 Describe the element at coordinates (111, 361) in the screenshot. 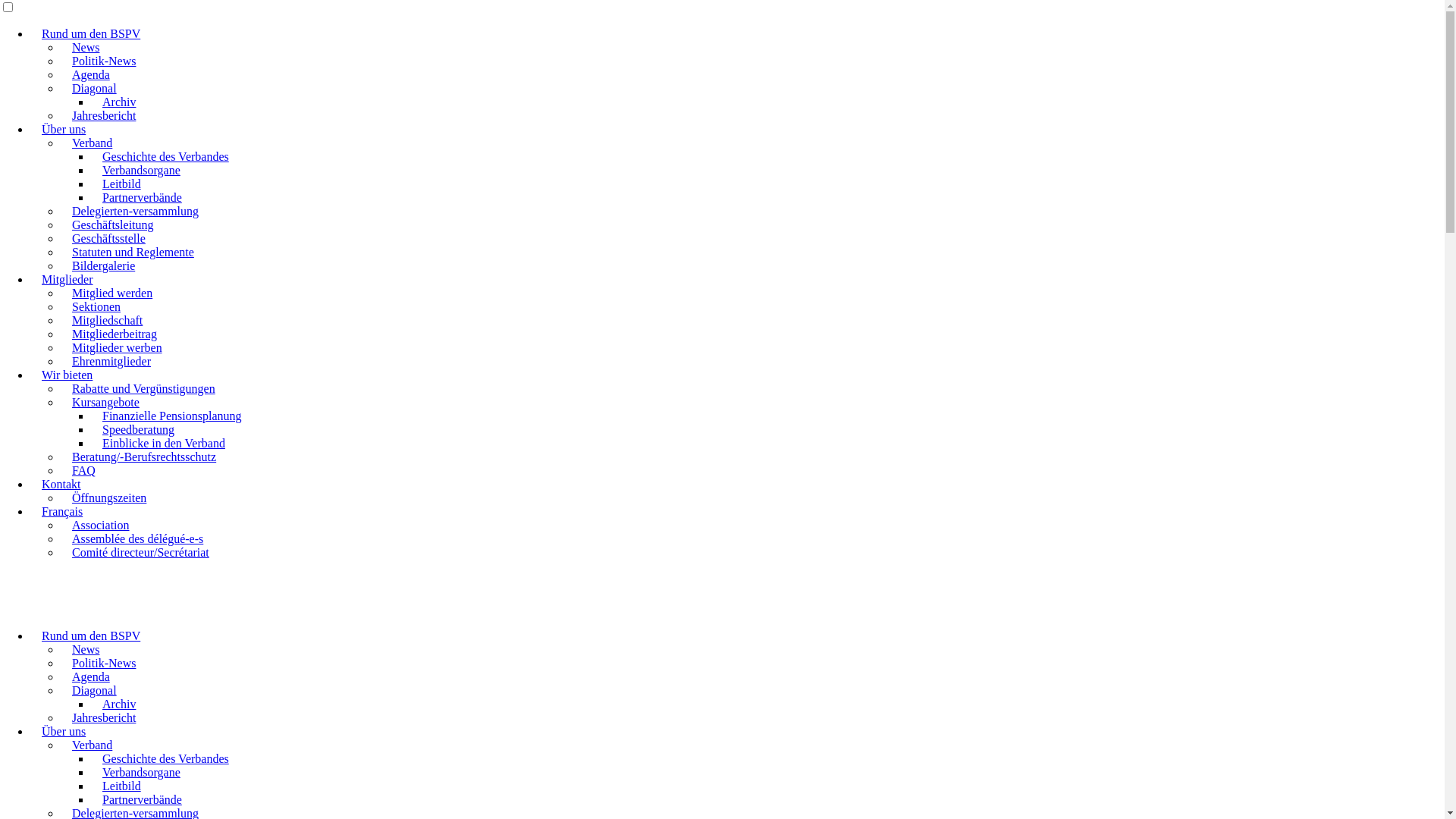

I see `'Ehrenmitglieder'` at that location.